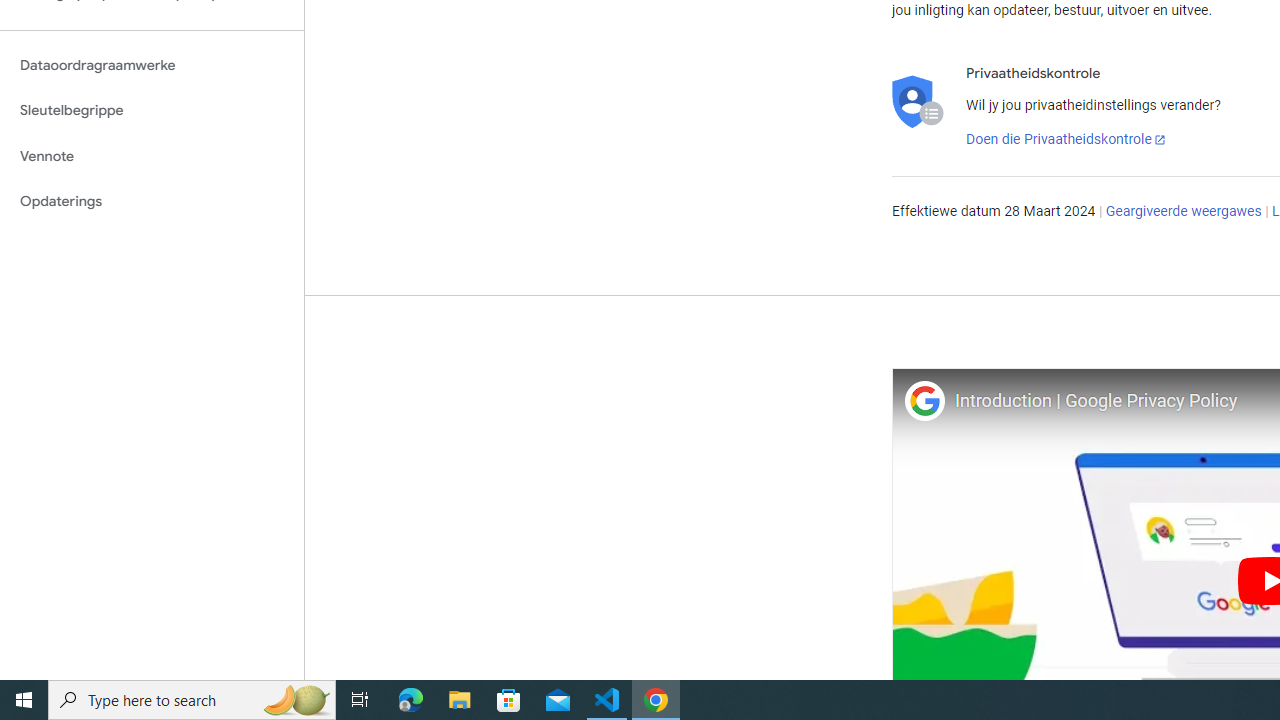 The image size is (1280, 720). What do you see at coordinates (151, 155) in the screenshot?
I see `'Vennote'` at bounding box center [151, 155].